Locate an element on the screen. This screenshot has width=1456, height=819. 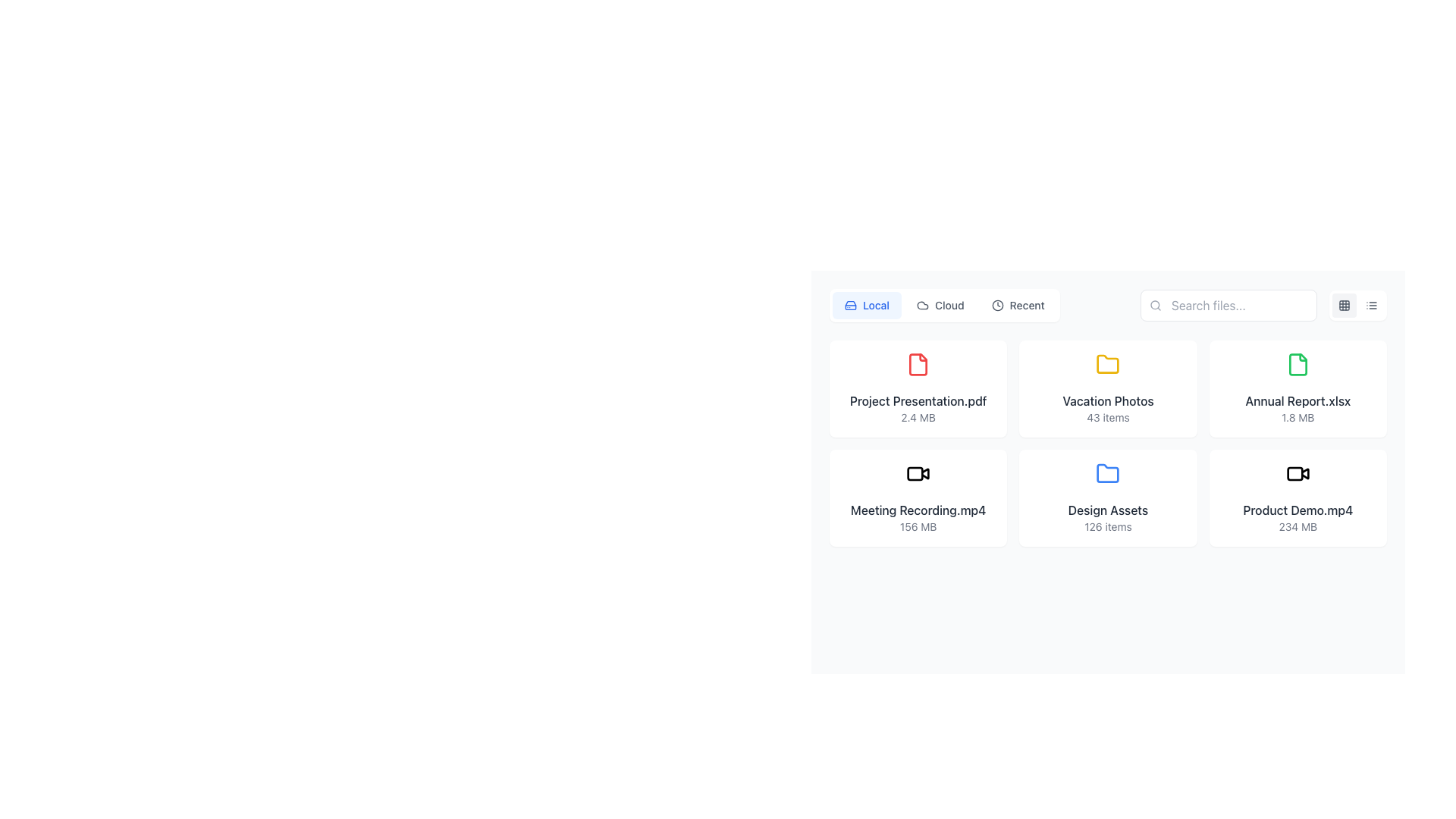
the small gray hard drive icon located to the left of the 'Local' text label within the Local tab is located at coordinates (851, 305).